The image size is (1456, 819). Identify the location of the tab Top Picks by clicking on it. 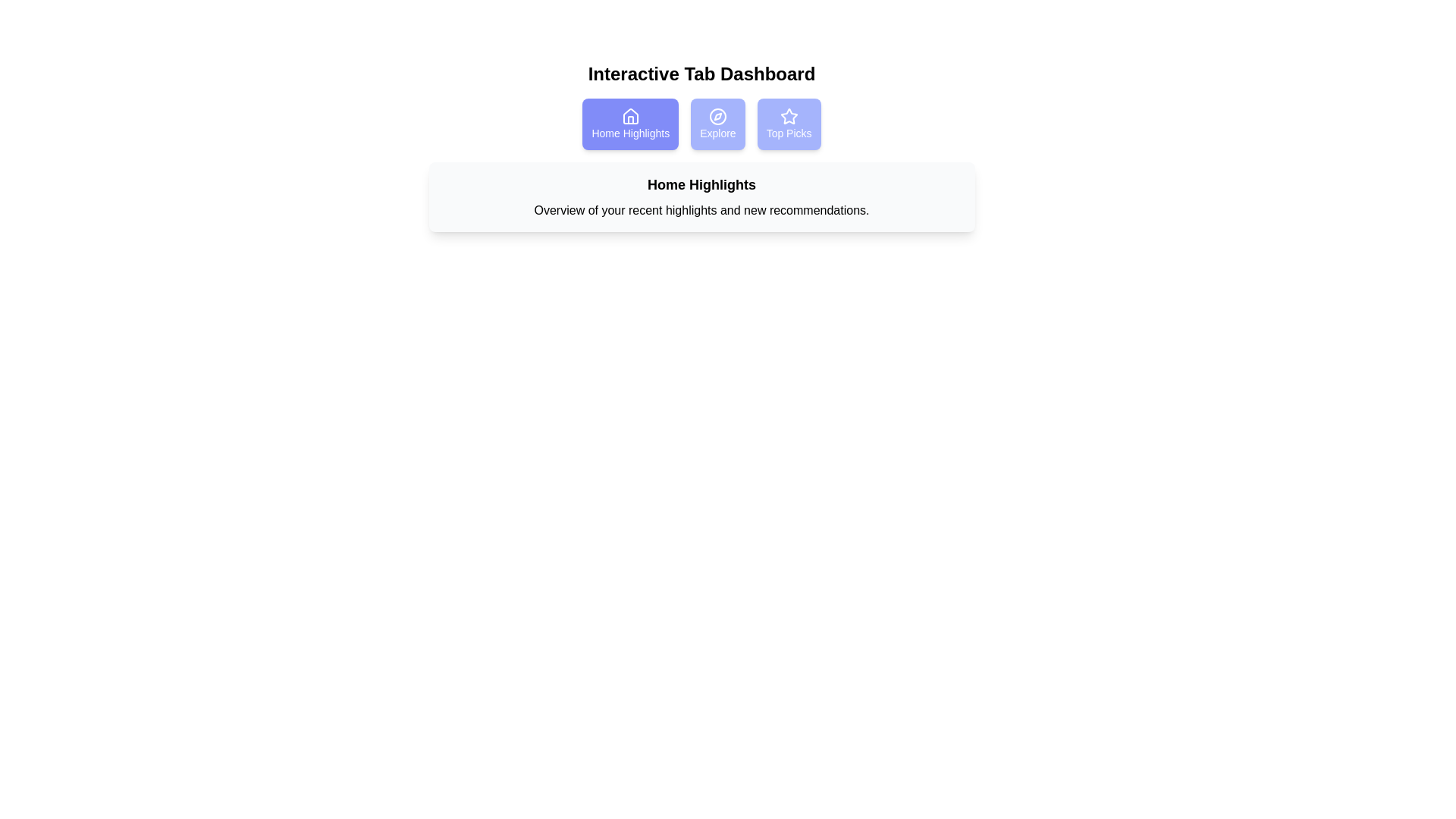
(789, 124).